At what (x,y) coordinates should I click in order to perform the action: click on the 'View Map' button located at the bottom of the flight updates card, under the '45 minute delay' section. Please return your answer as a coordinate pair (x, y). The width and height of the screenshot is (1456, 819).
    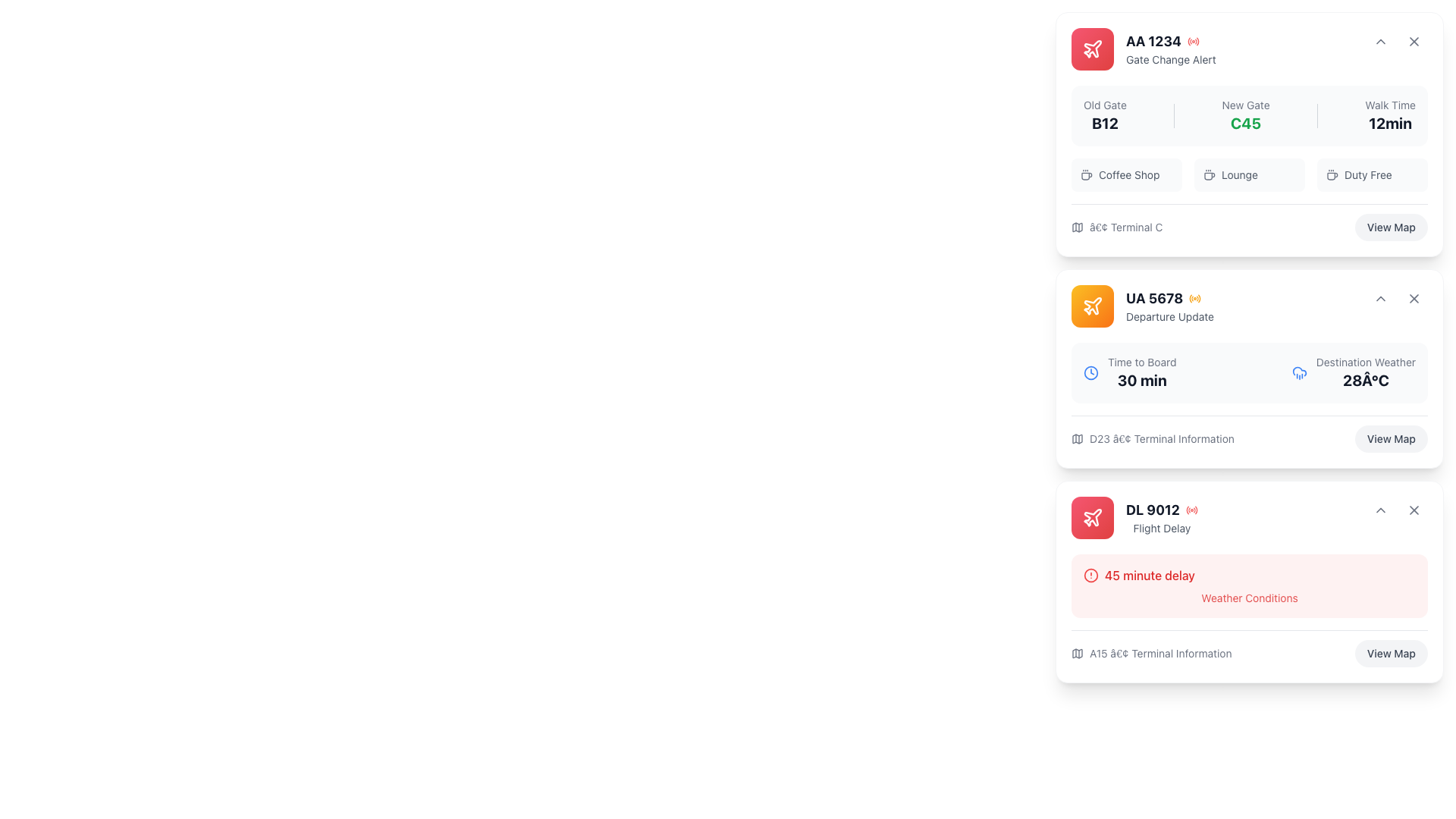
    Looking at the image, I should click on (1249, 648).